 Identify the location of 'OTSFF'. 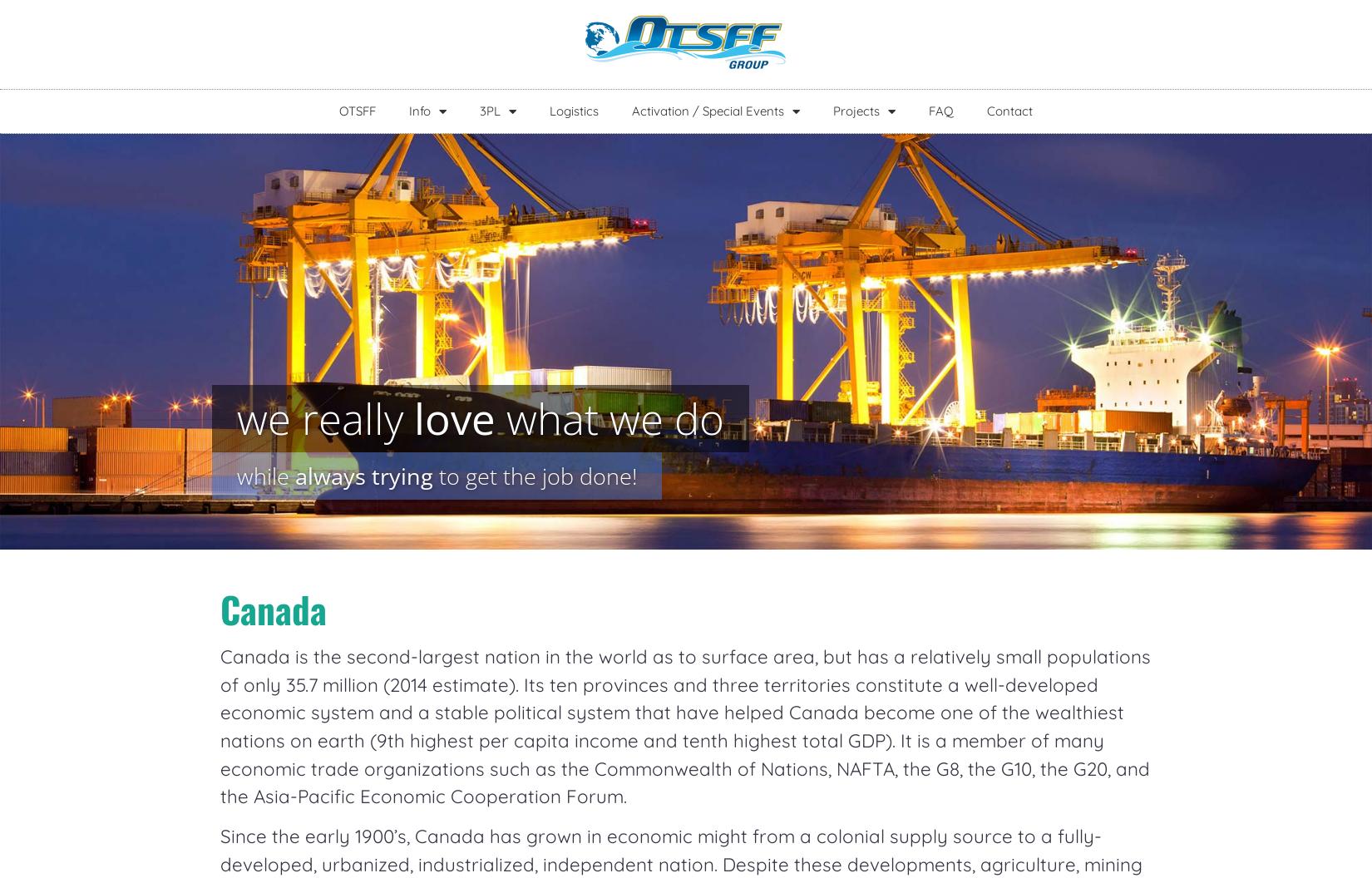
(356, 111).